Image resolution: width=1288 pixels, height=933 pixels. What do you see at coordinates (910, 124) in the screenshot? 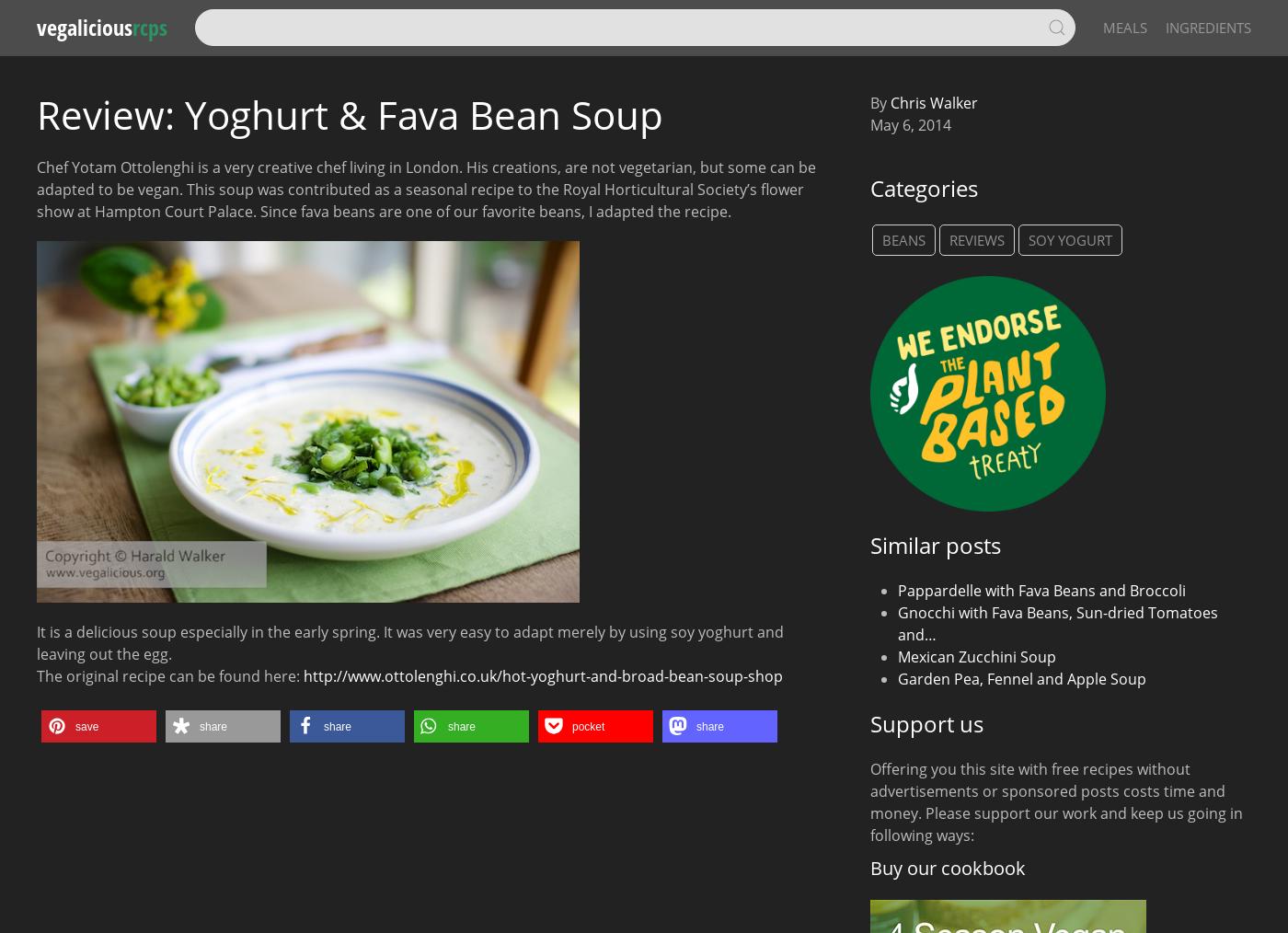
I see `'May 6, 2014'` at bounding box center [910, 124].